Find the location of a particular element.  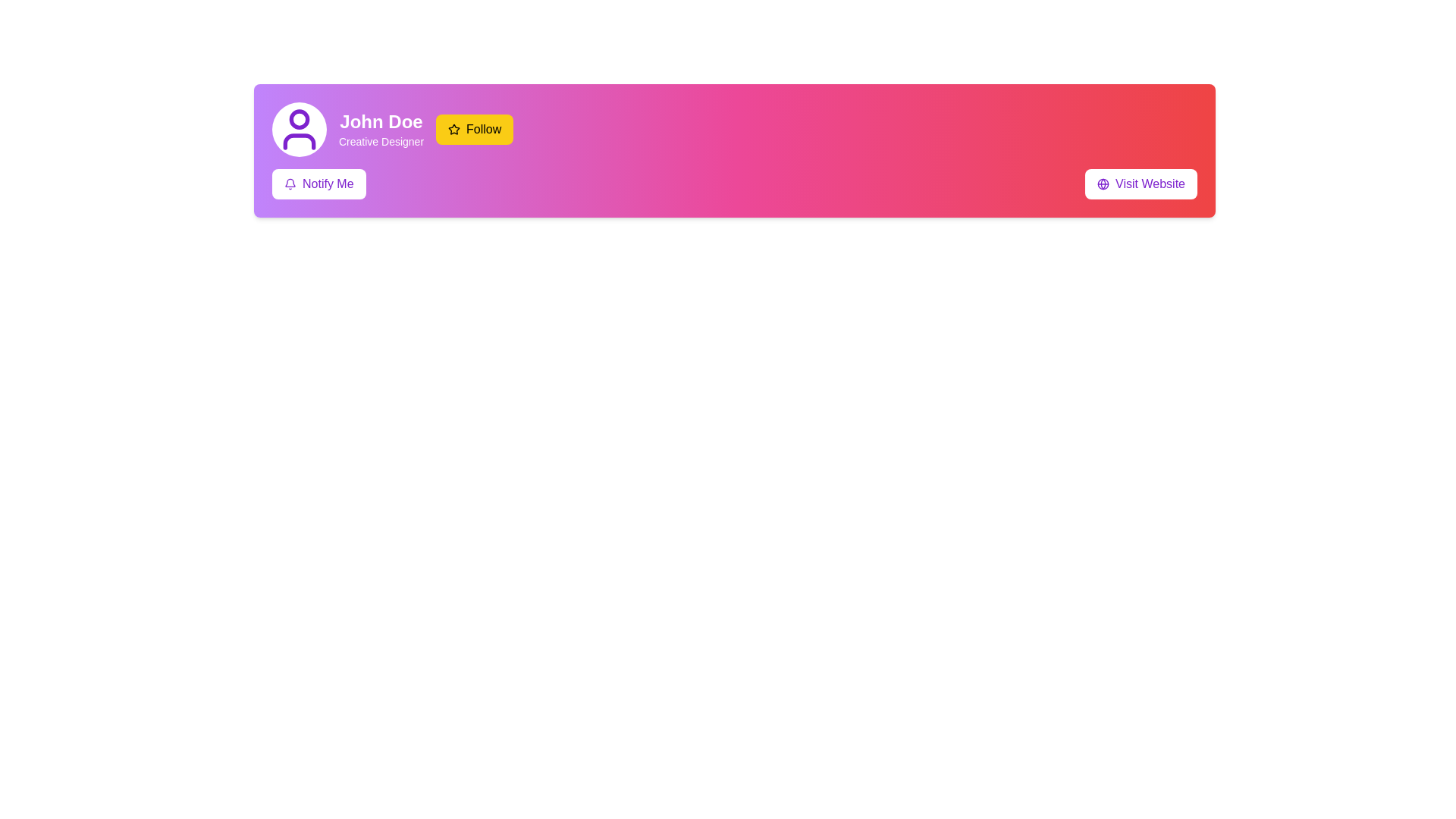

the lower component of the user profile icon, which is encapsulated in a purple circle and positioned below the circular head element is located at coordinates (299, 141).